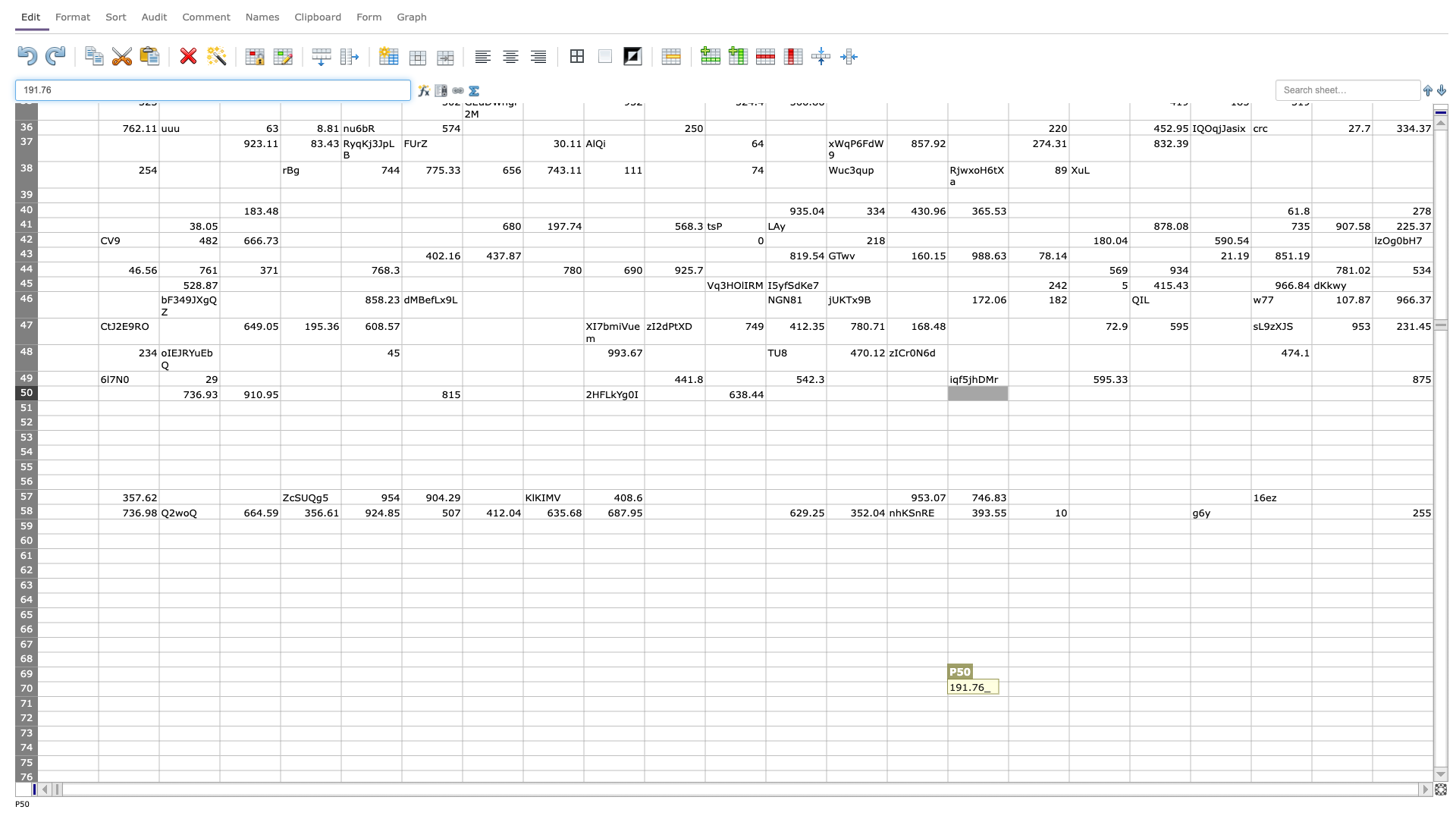  What do you see at coordinates (1068, 696) in the screenshot?
I see `Auto-fill handle of Q70` at bounding box center [1068, 696].